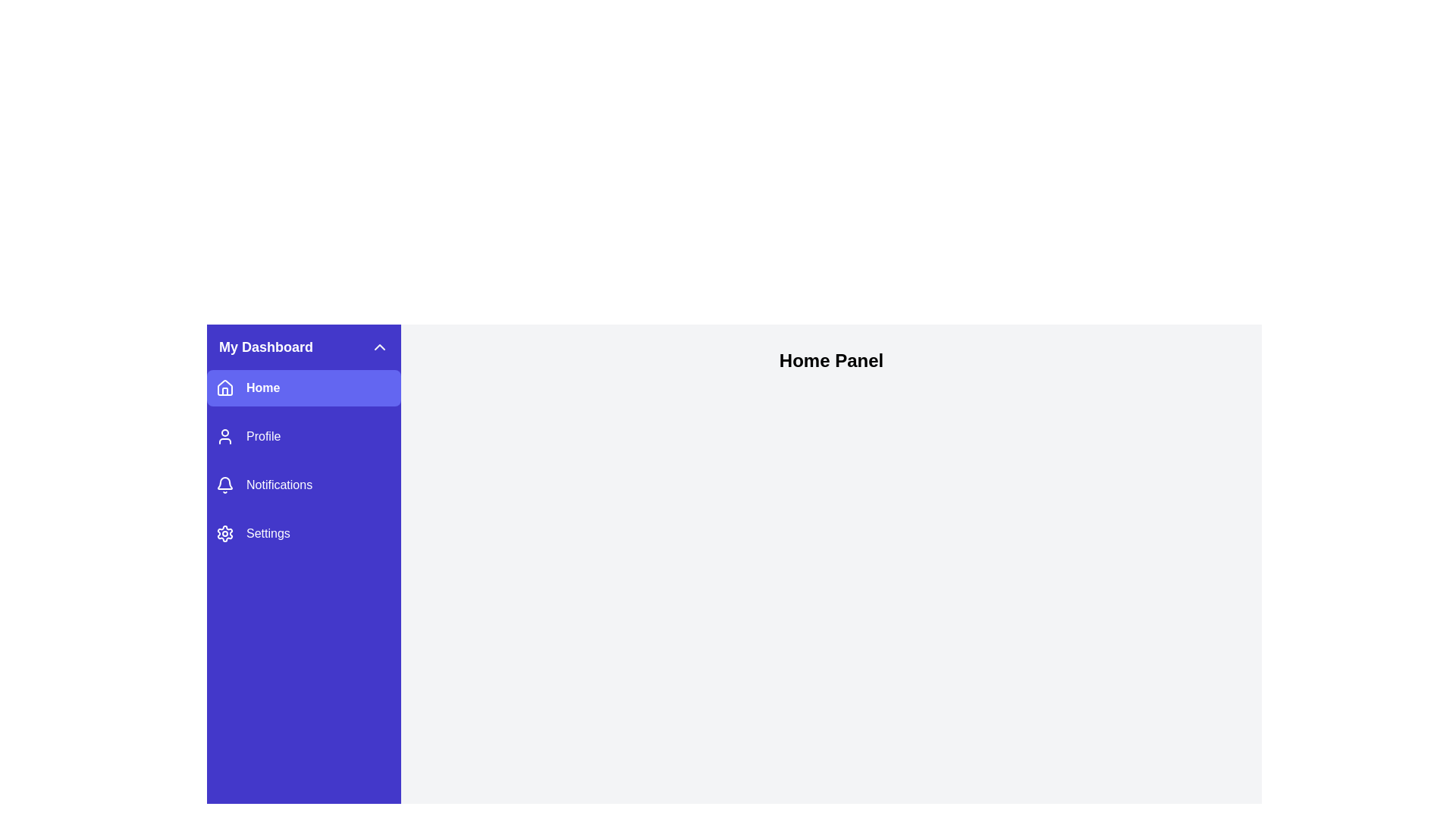 This screenshot has height=819, width=1456. Describe the element at coordinates (224, 386) in the screenshot. I see `the stylized house icon located in the navigation menu to the left of the 'Home' text item` at that location.